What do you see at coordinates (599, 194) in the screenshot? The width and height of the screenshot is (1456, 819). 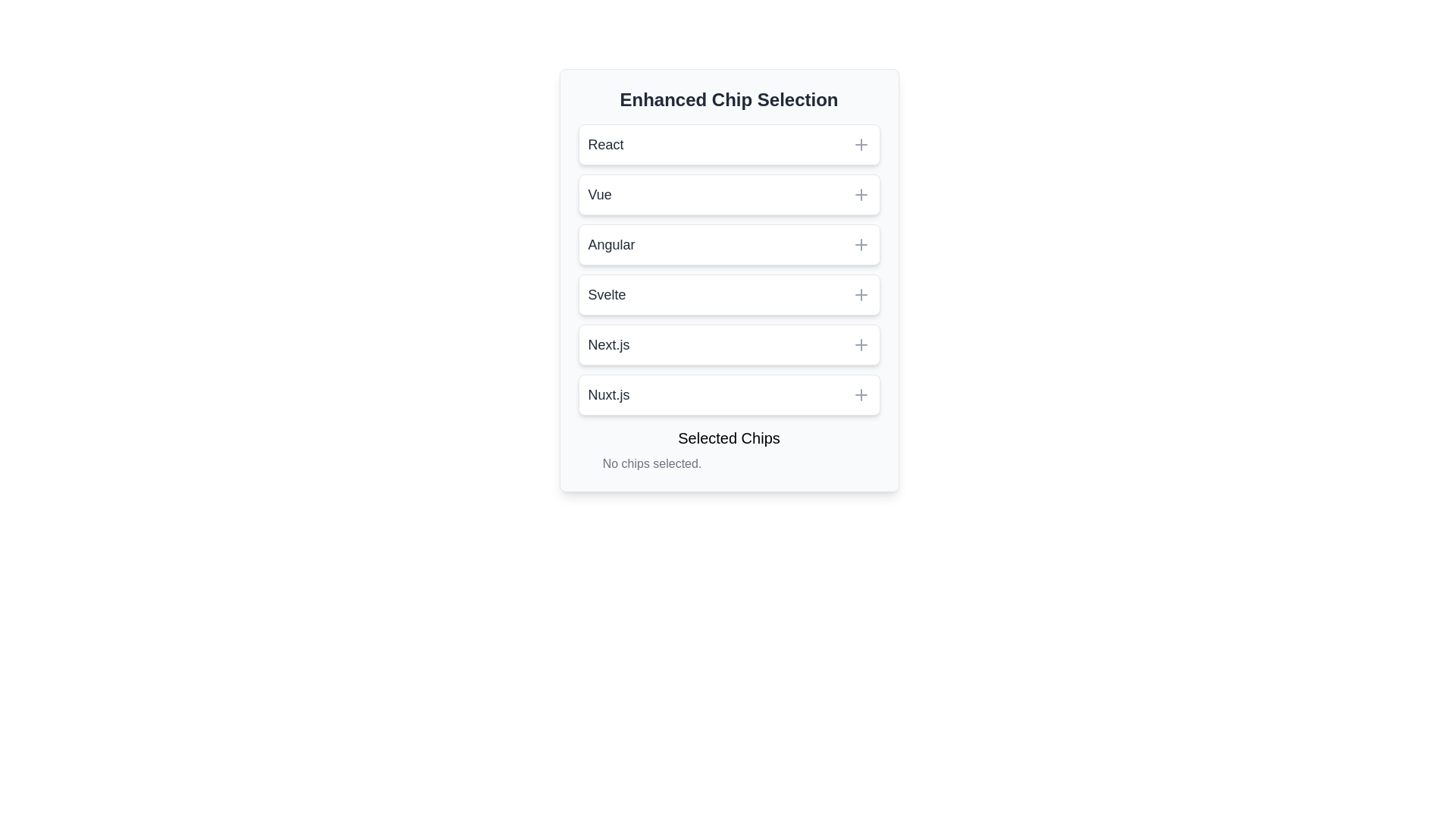 I see `the text label displaying 'Vue' located in the second row of the list, positioned below 'React' and above 'Angular'` at bounding box center [599, 194].